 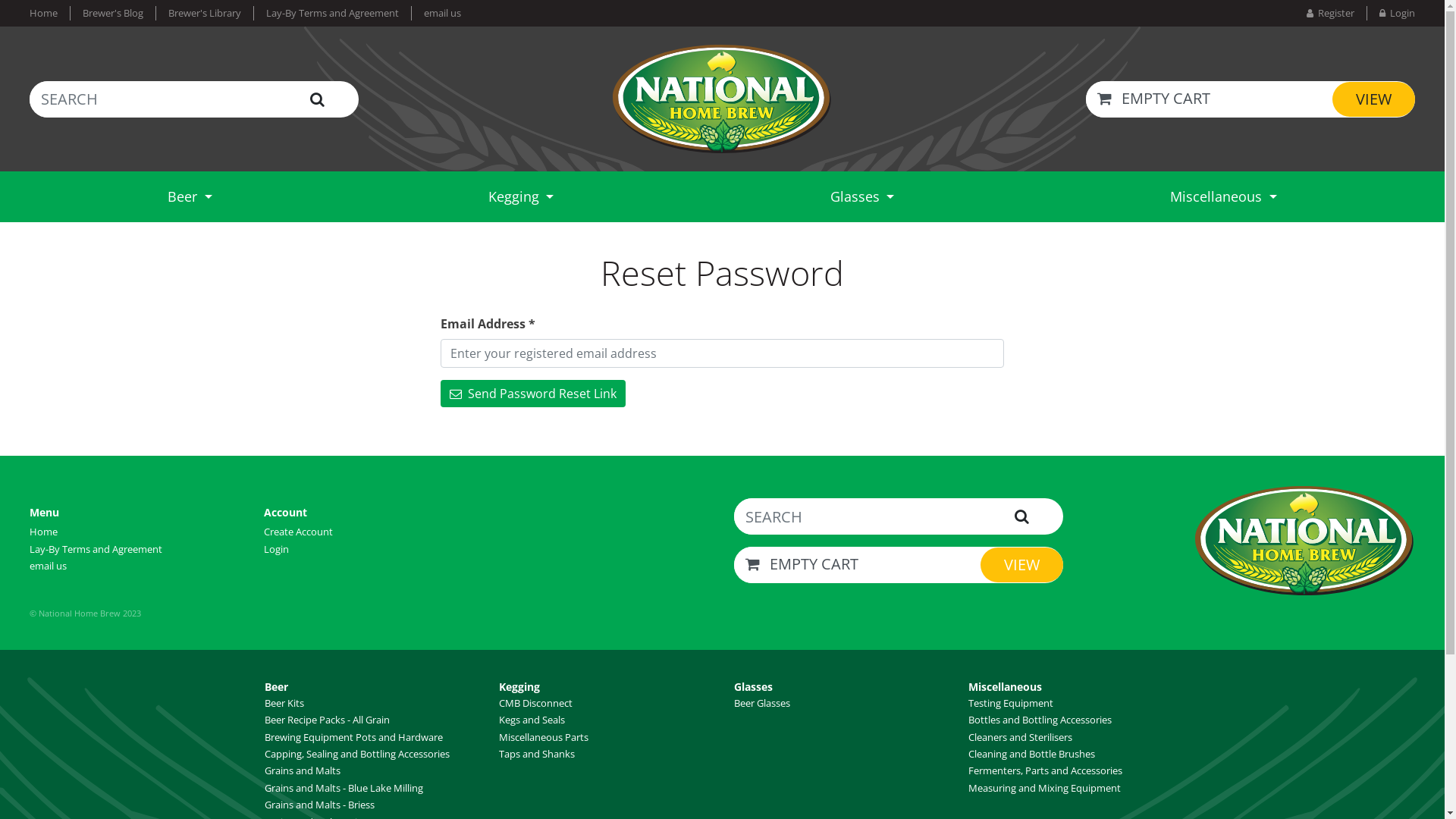 What do you see at coordinates (967, 702) in the screenshot?
I see `'Testing Equipment'` at bounding box center [967, 702].